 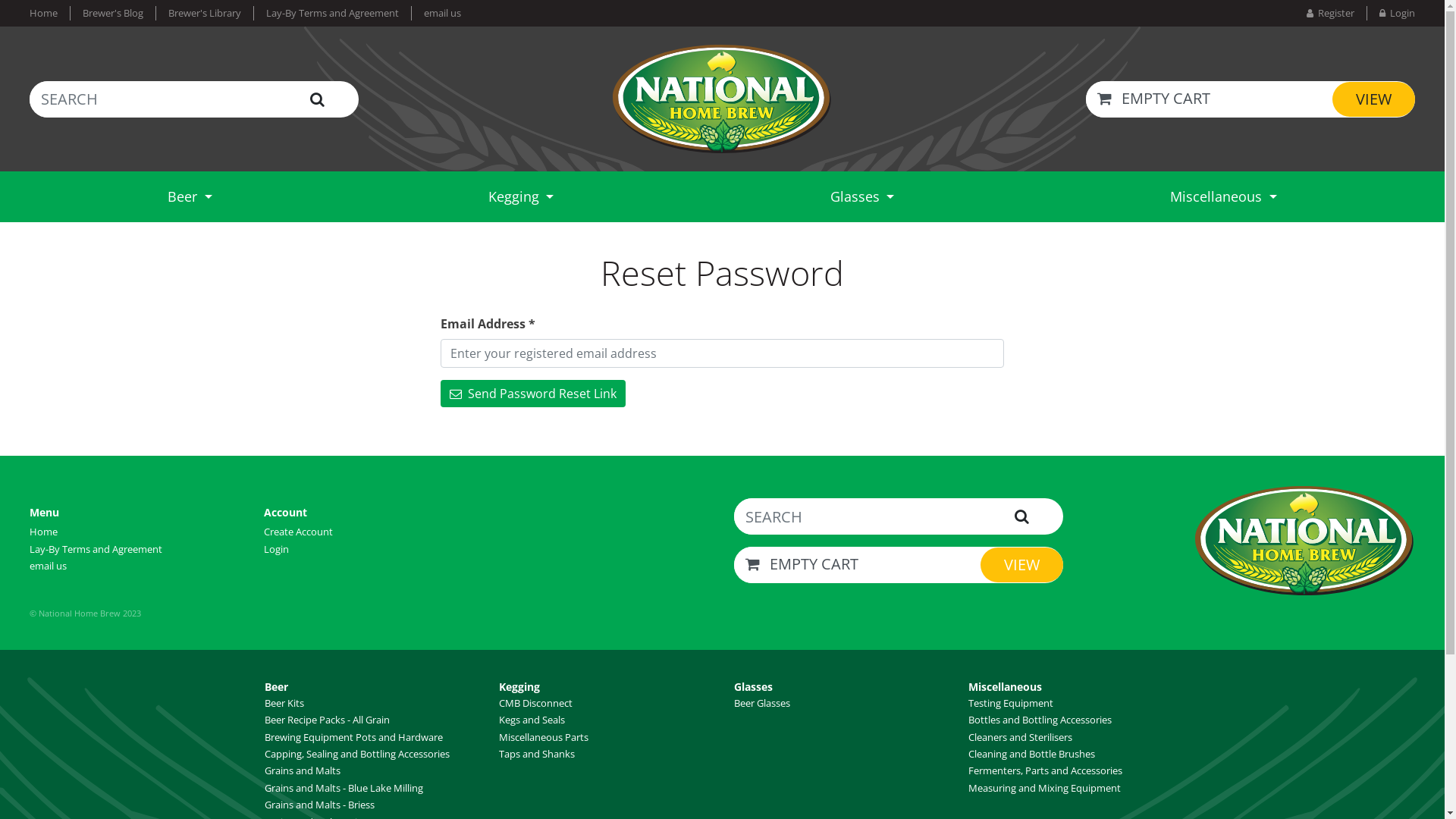 What do you see at coordinates (967, 702) in the screenshot?
I see `'Testing Equipment'` at bounding box center [967, 702].